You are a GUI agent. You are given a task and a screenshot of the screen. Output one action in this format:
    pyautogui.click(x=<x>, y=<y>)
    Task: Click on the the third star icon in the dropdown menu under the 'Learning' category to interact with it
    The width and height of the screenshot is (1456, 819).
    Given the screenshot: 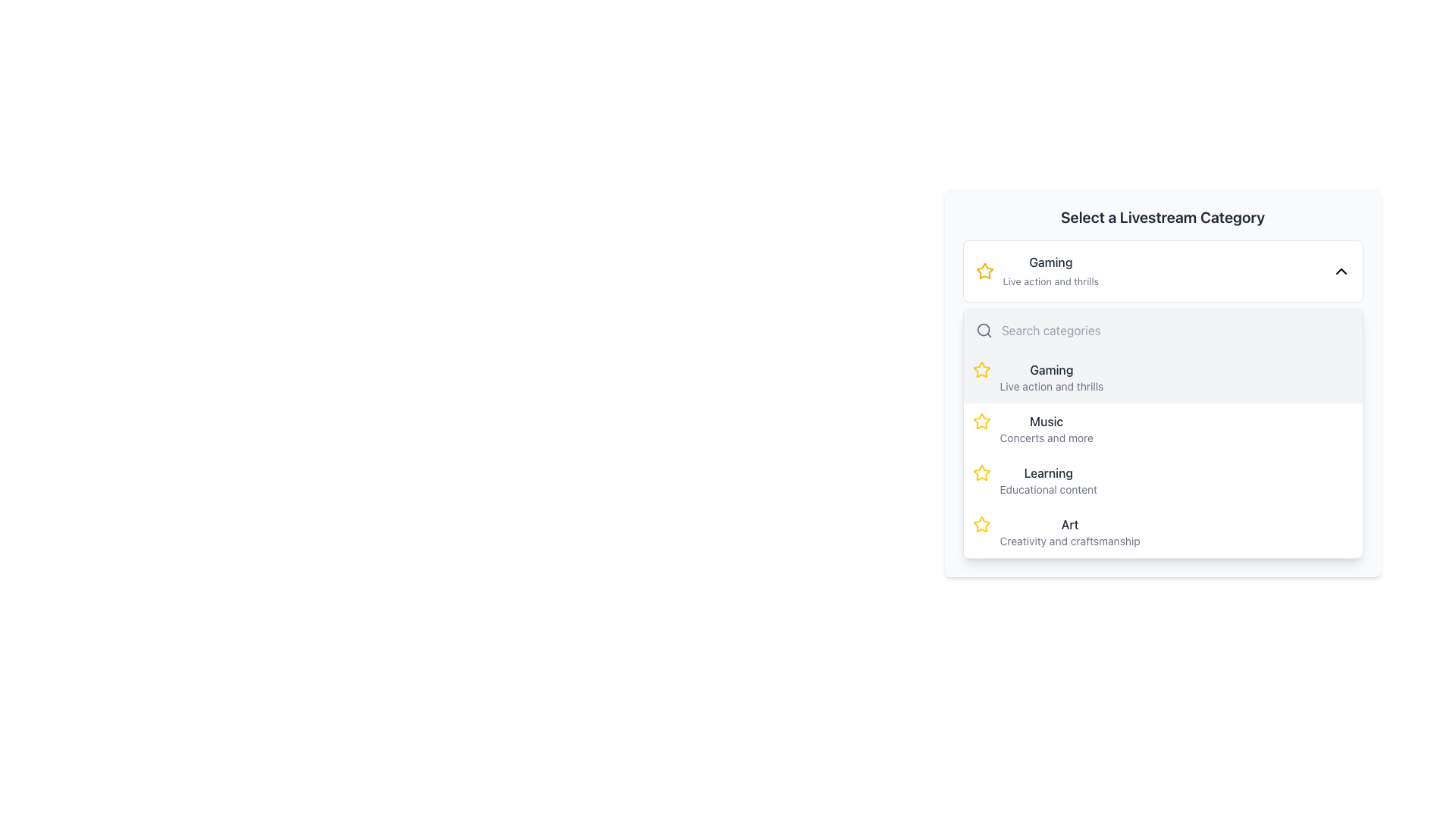 What is the action you would take?
    pyautogui.click(x=981, y=472)
    